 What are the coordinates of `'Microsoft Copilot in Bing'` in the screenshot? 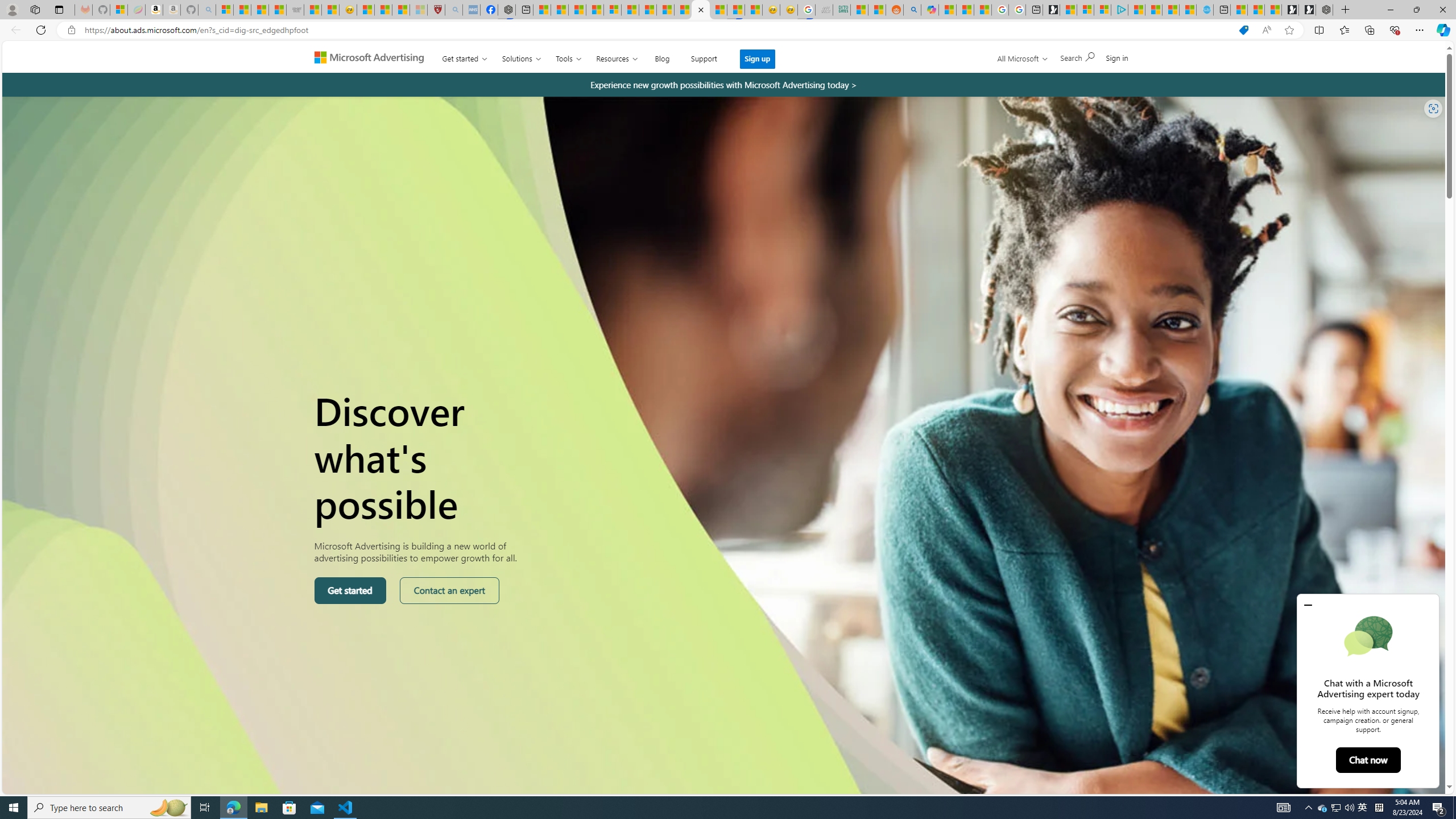 It's located at (929, 9).